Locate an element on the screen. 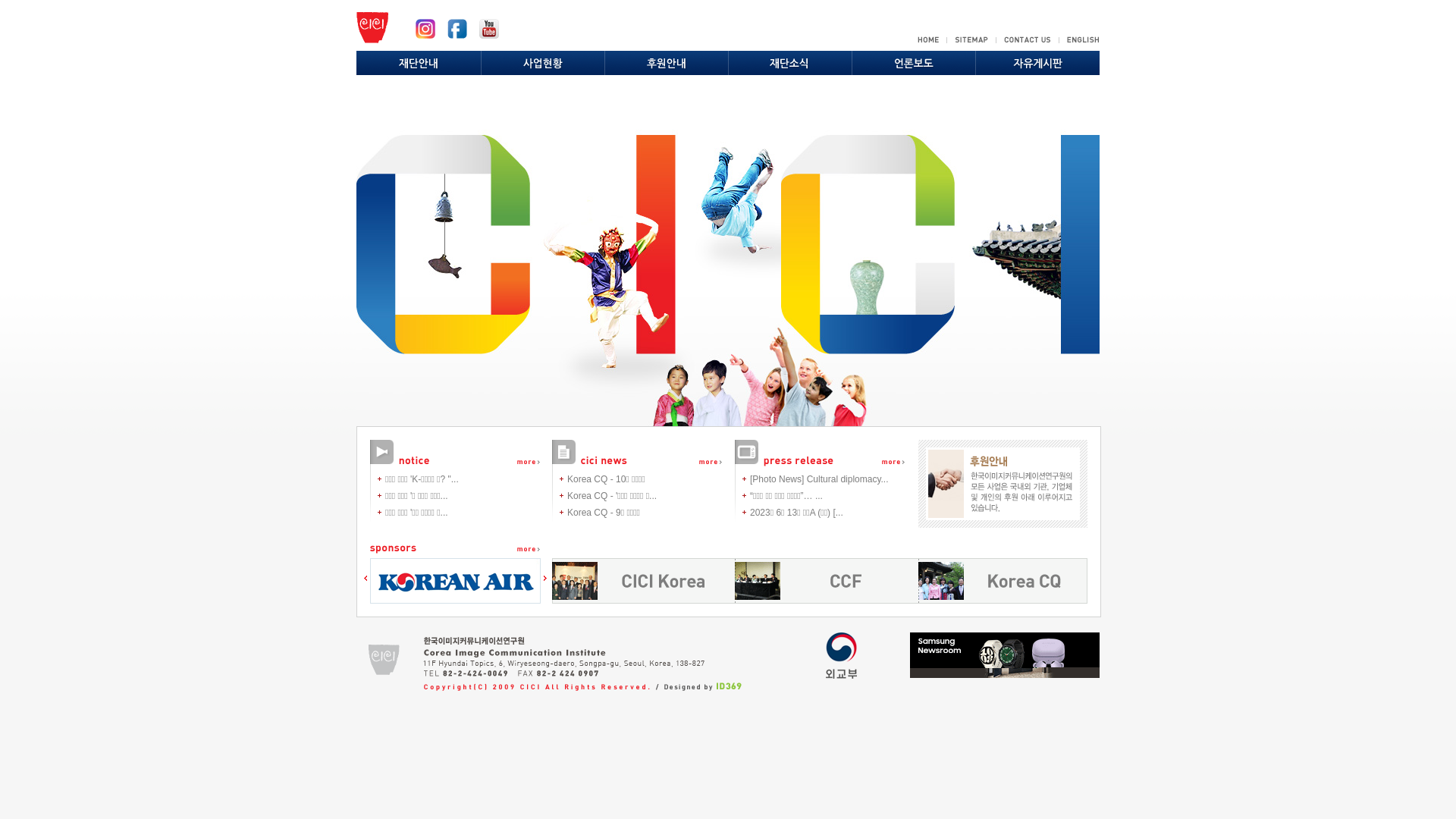 The height and width of the screenshot is (819, 1456). '[Photo News] Cultural diplomacy...' is located at coordinates (818, 479).